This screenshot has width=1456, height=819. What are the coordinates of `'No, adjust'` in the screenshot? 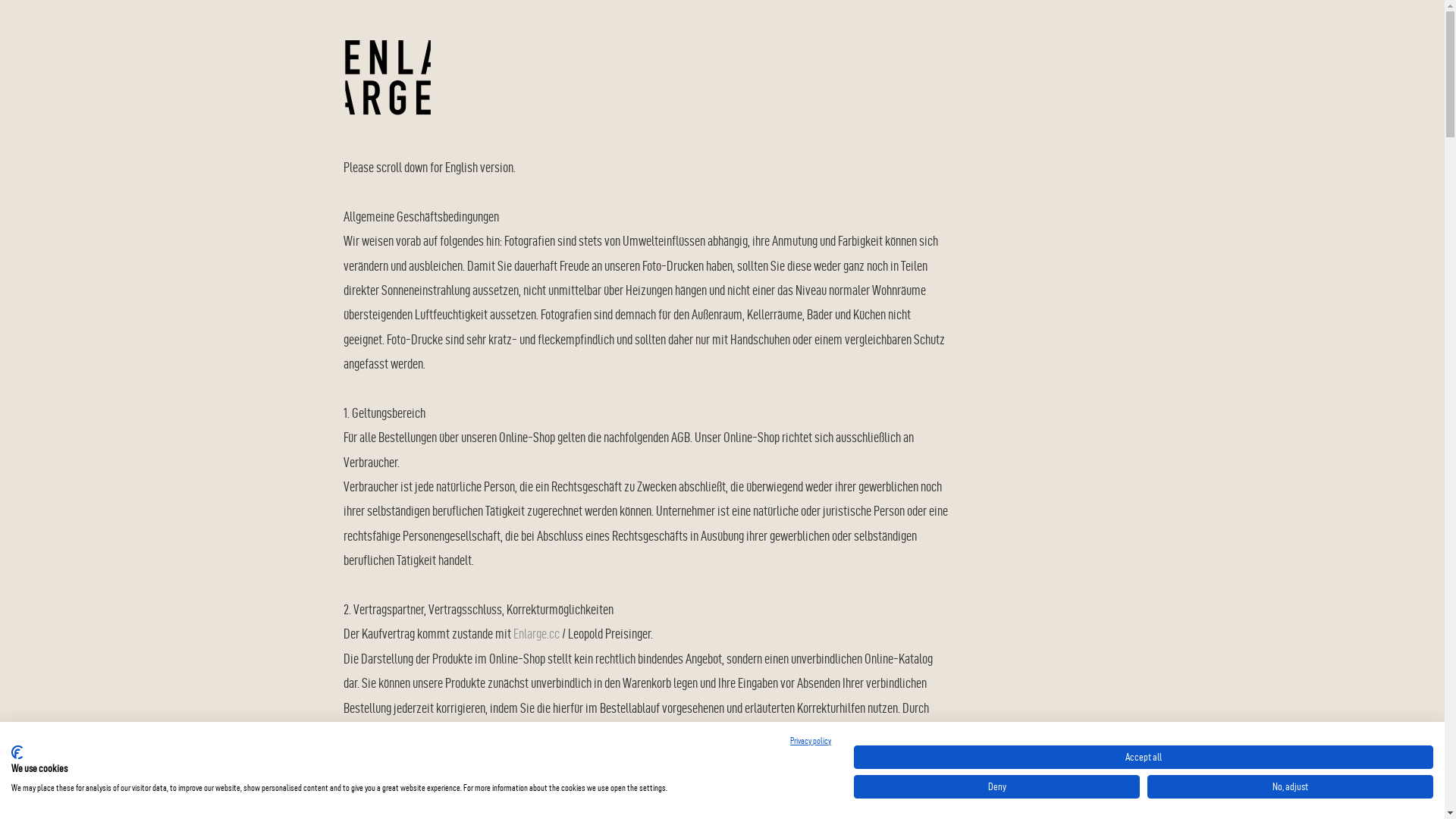 It's located at (1289, 786).